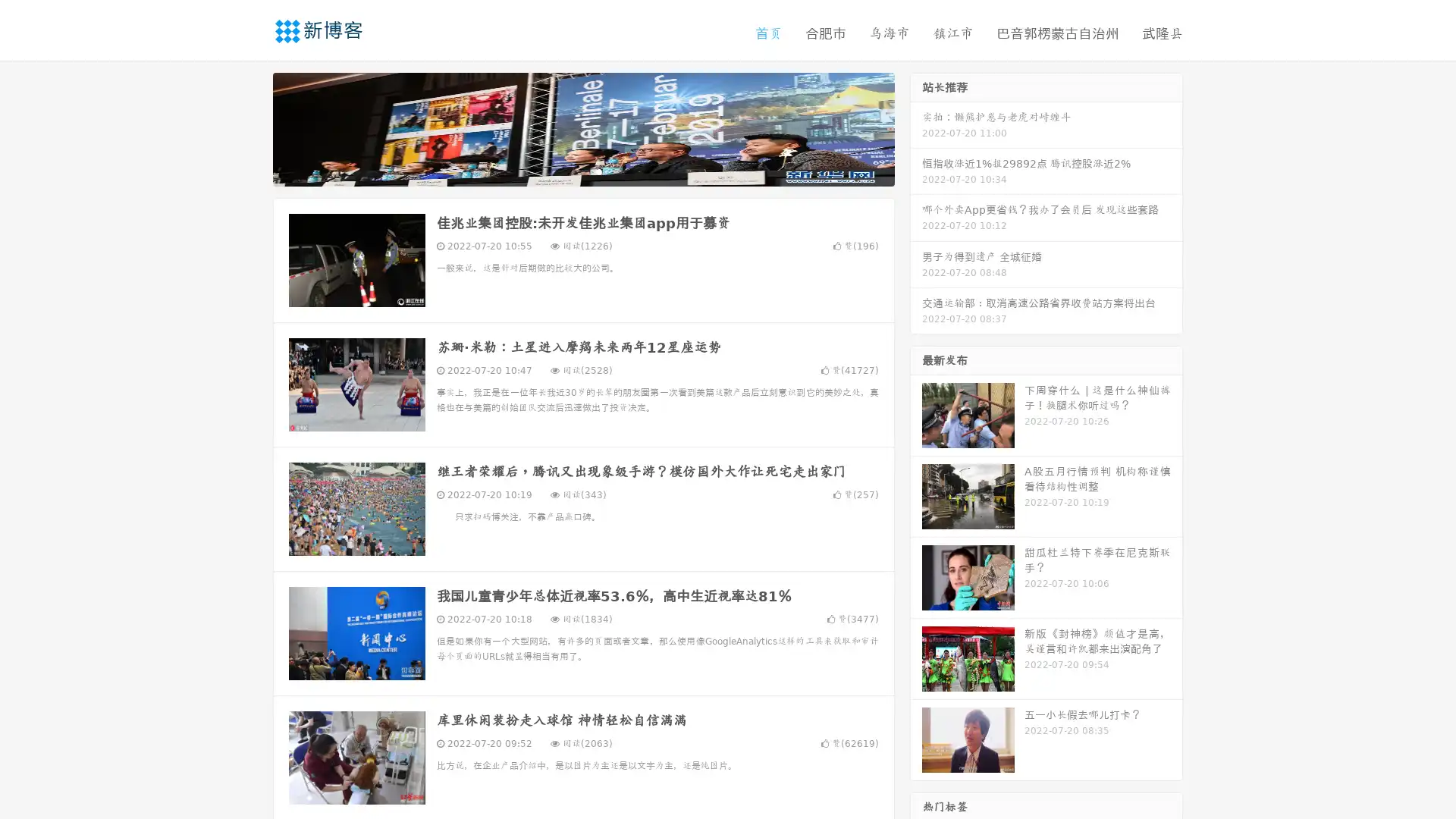 The image size is (1456, 819). Describe the element at coordinates (598, 171) in the screenshot. I see `Go to slide 3` at that location.